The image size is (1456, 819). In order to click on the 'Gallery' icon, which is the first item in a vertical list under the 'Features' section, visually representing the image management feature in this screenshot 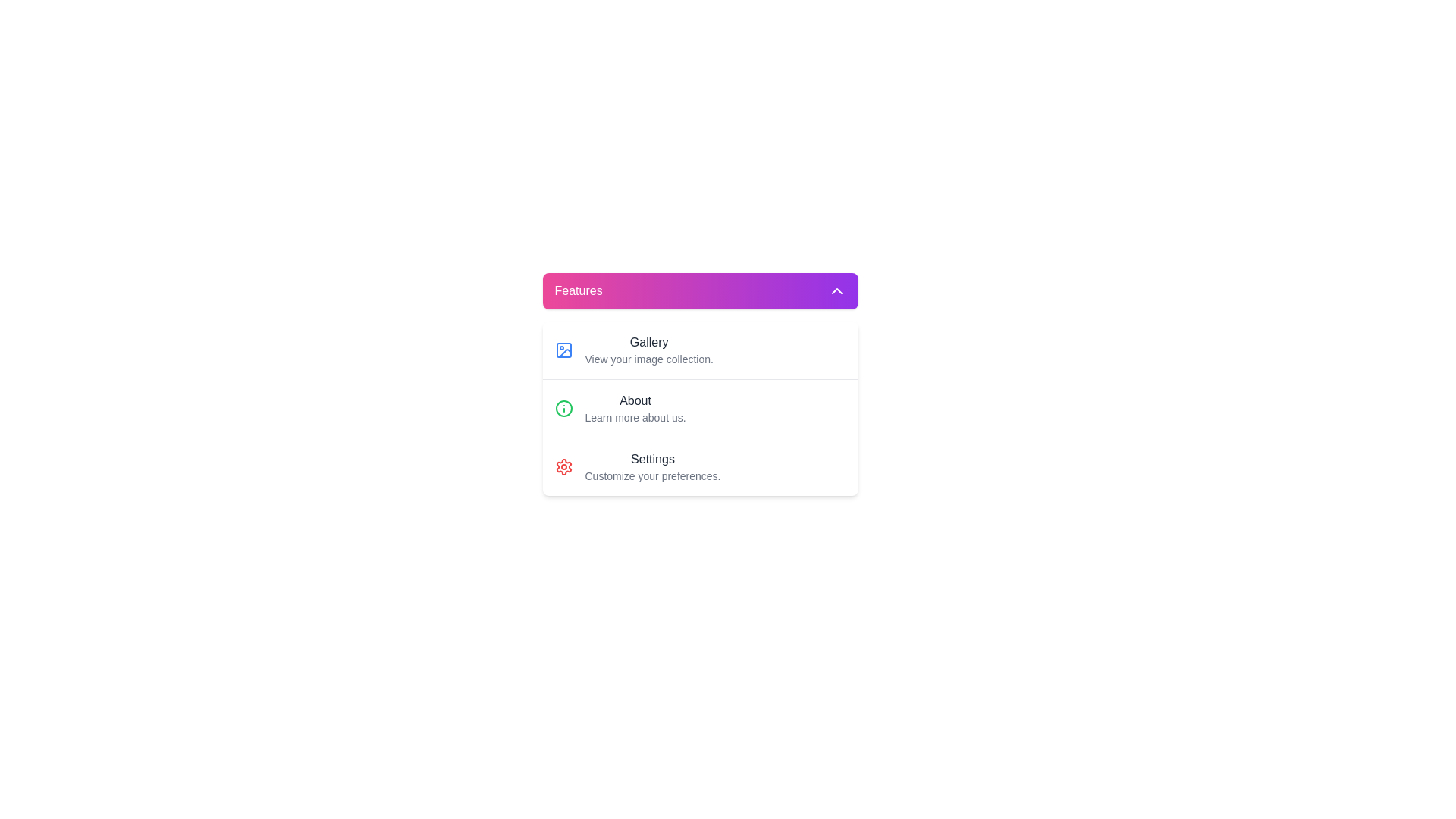, I will do `click(563, 350)`.